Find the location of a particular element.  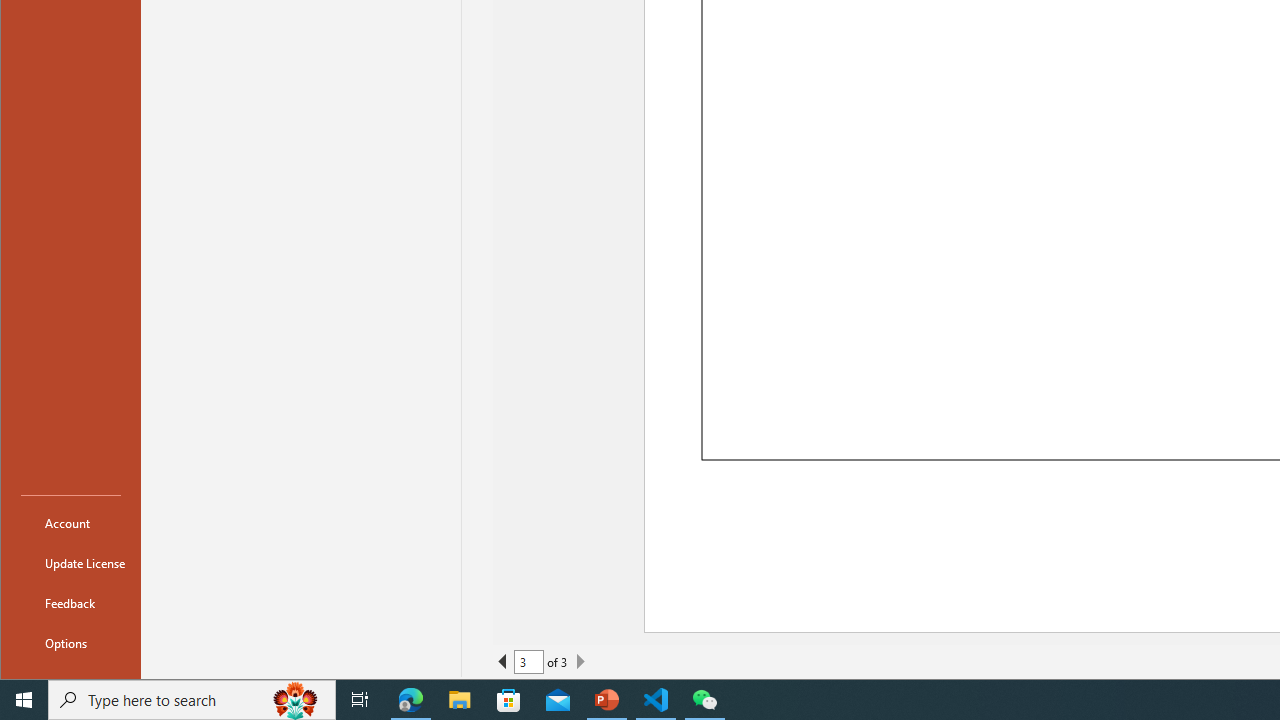

'Search highlights icon opens search home window' is located at coordinates (294, 698).